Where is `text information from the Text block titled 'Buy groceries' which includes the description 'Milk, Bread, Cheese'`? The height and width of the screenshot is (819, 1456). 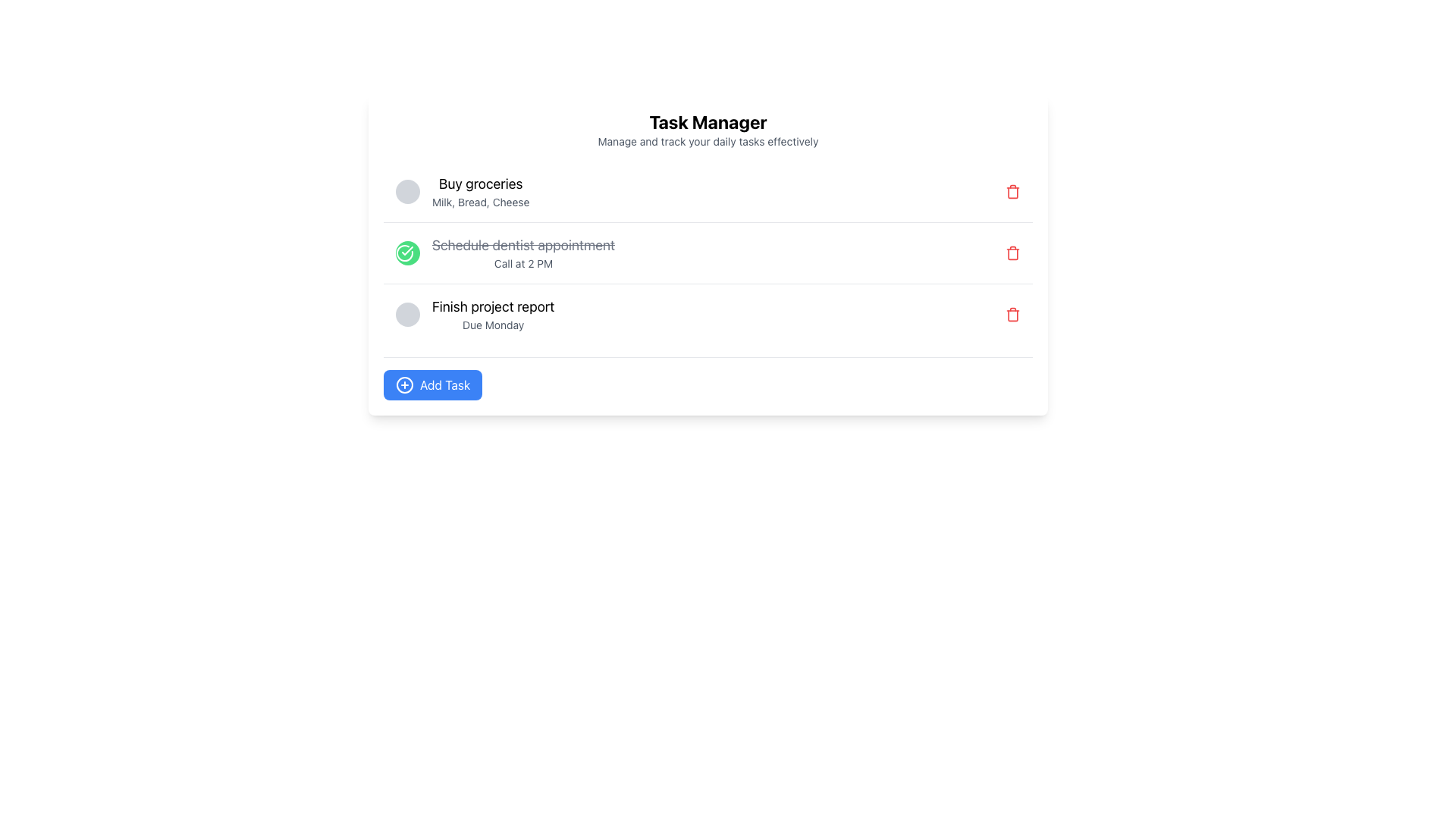 text information from the Text block titled 'Buy groceries' which includes the description 'Milk, Bread, Cheese' is located at coordinates (480, 191).